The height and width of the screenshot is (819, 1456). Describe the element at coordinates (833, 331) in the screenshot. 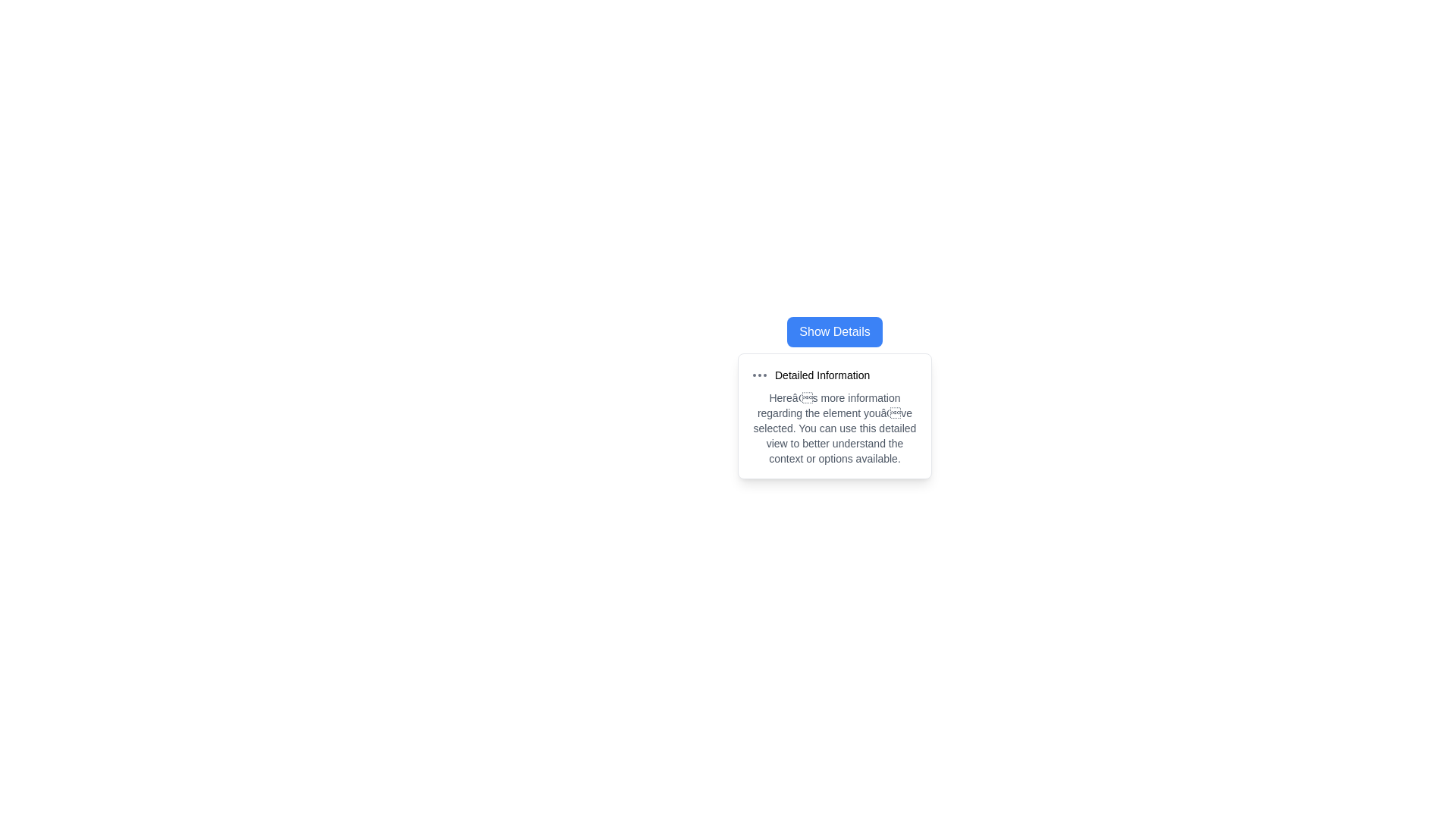

I see `the 'Show Details' button` at that location.